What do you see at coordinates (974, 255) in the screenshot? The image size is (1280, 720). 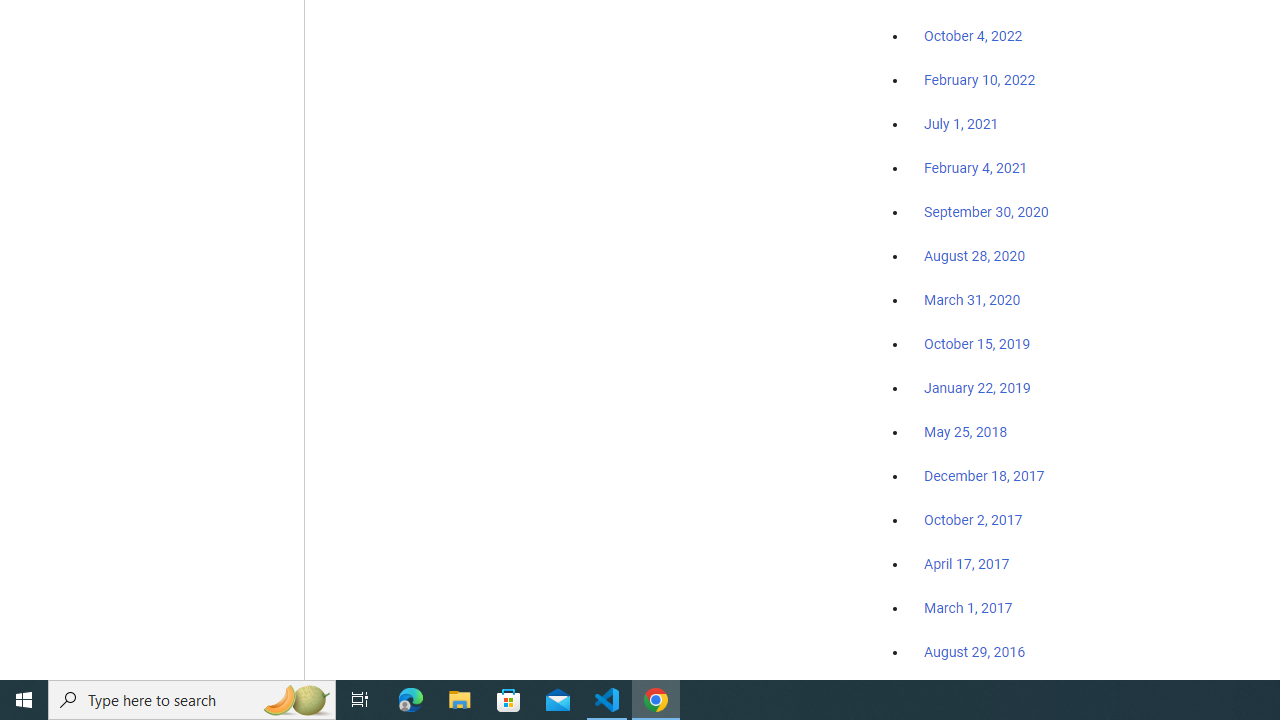 I see `'August 28, 2020'` at bounding box center [974, 255].